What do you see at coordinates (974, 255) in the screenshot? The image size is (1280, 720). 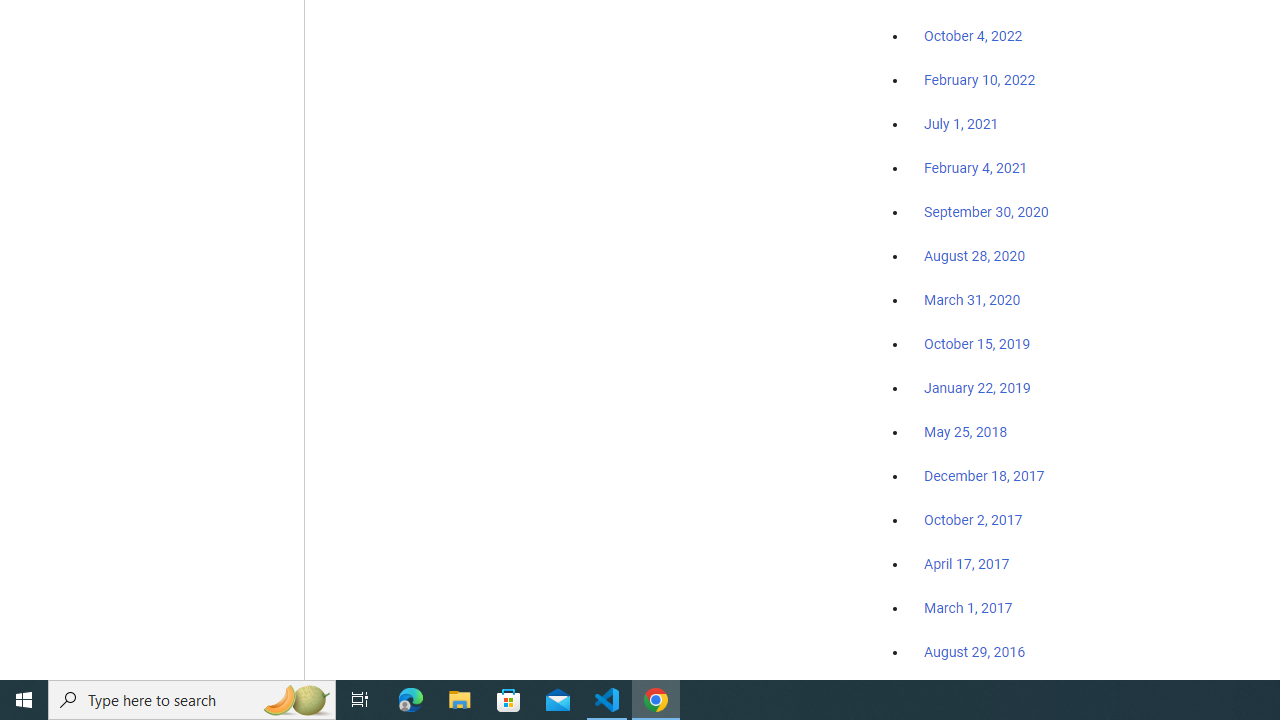 I see `'August 28, 2020'` at bounding box center [974, 255].